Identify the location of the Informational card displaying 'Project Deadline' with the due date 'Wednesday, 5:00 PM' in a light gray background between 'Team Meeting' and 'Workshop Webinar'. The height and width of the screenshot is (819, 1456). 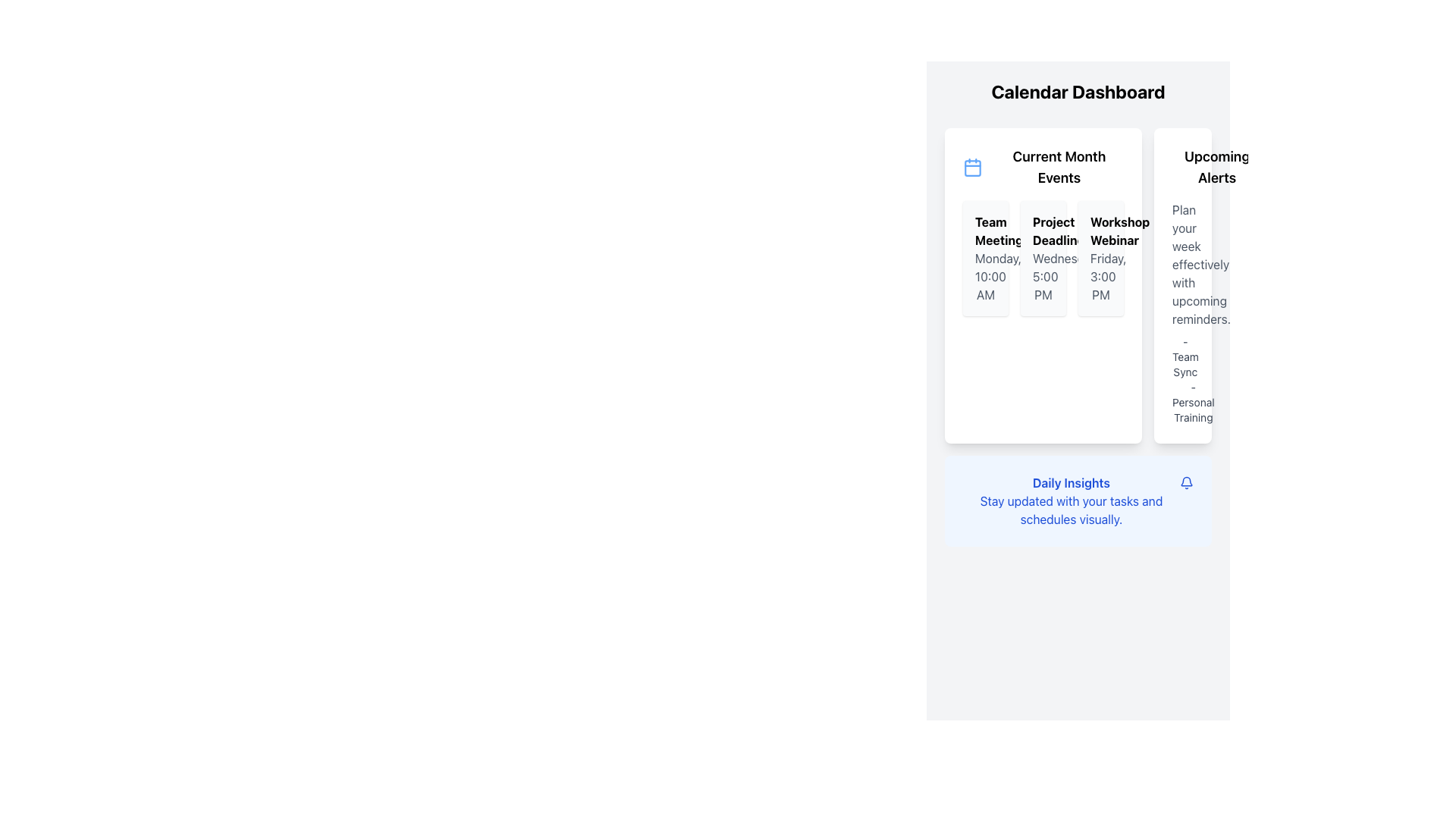
(1043, 257).